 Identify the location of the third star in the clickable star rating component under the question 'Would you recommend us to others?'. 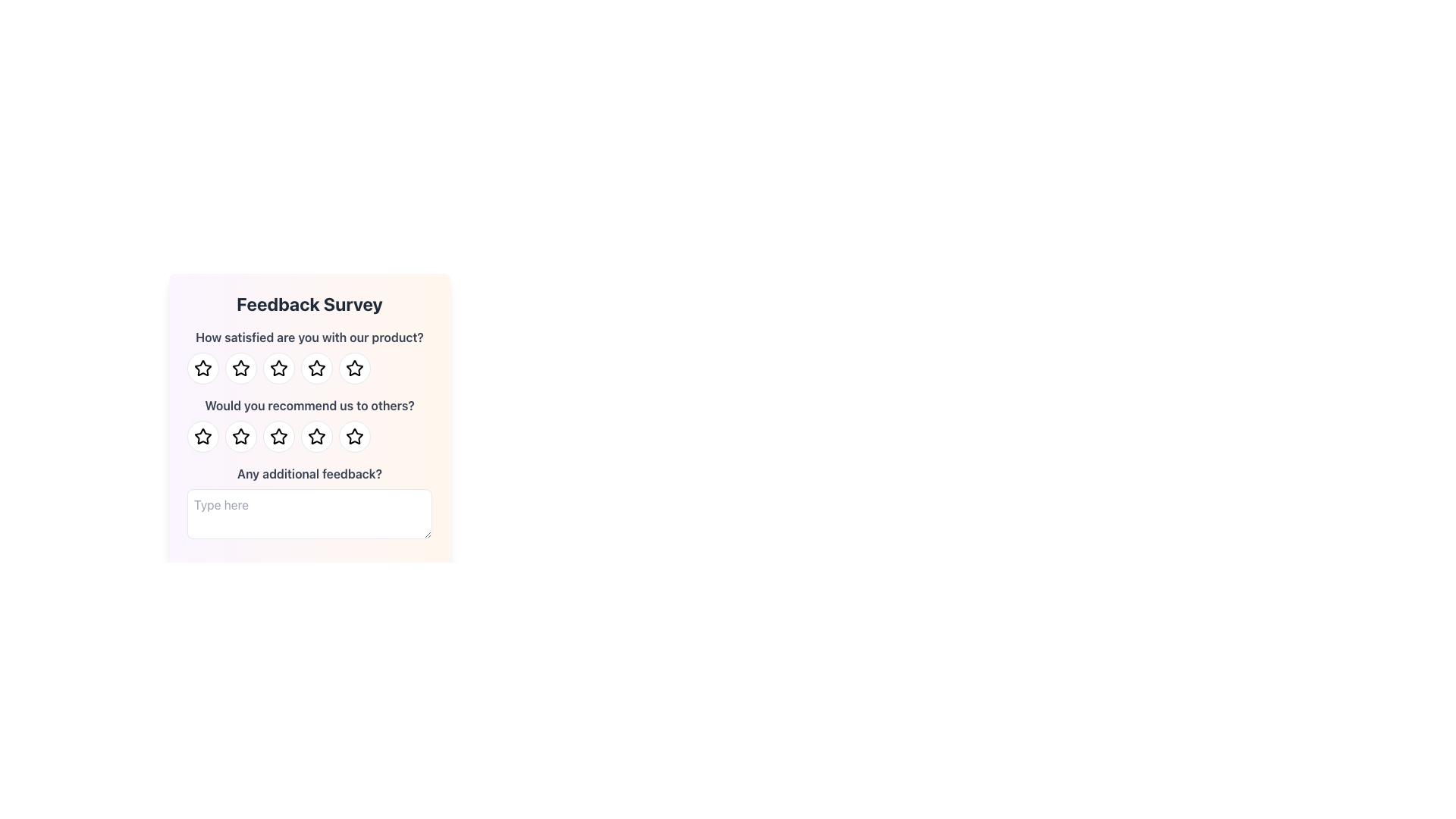
(279, 436).